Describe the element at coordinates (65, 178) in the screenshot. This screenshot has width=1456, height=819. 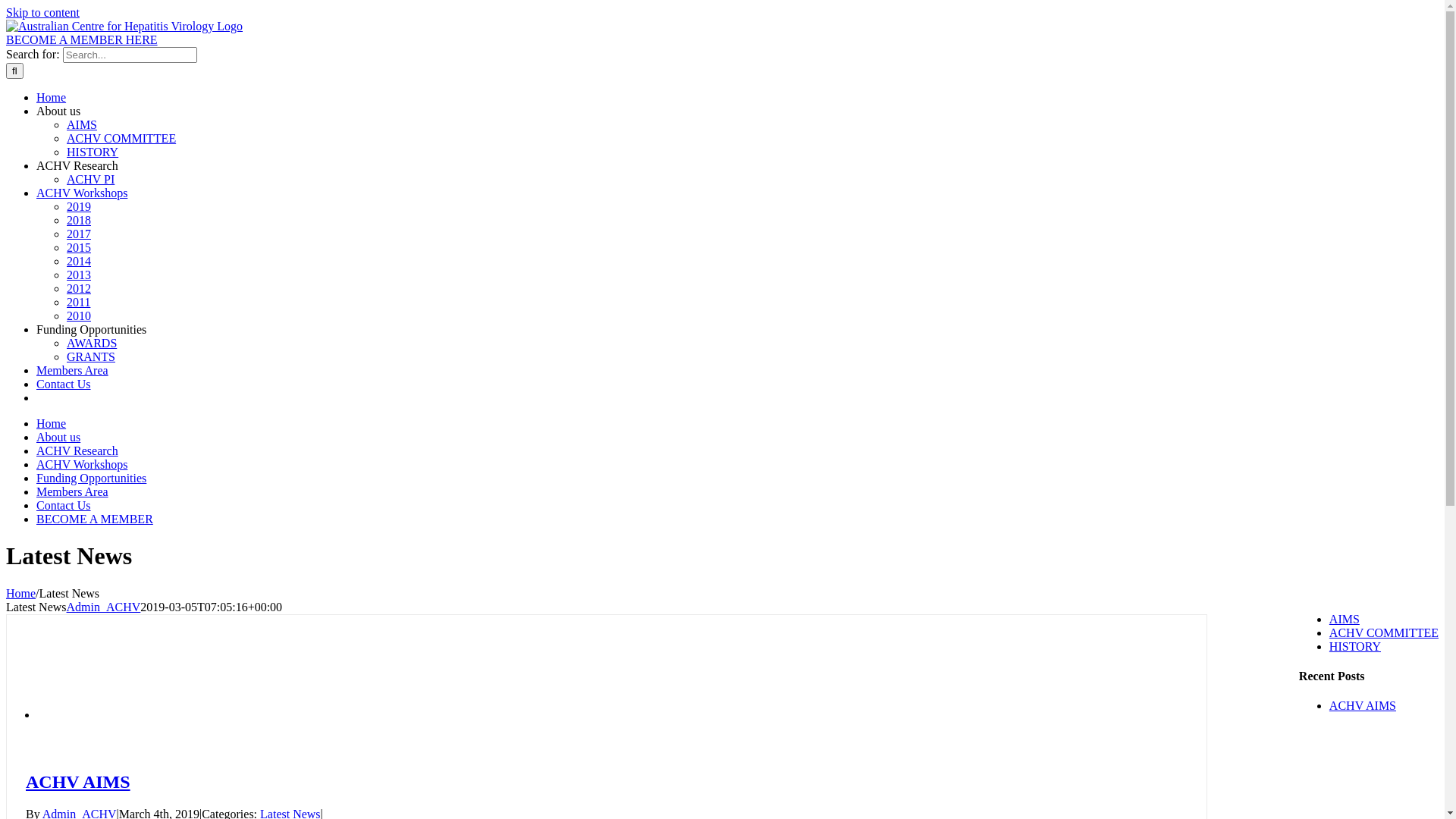
I see `'ACHV PI'` at that location.